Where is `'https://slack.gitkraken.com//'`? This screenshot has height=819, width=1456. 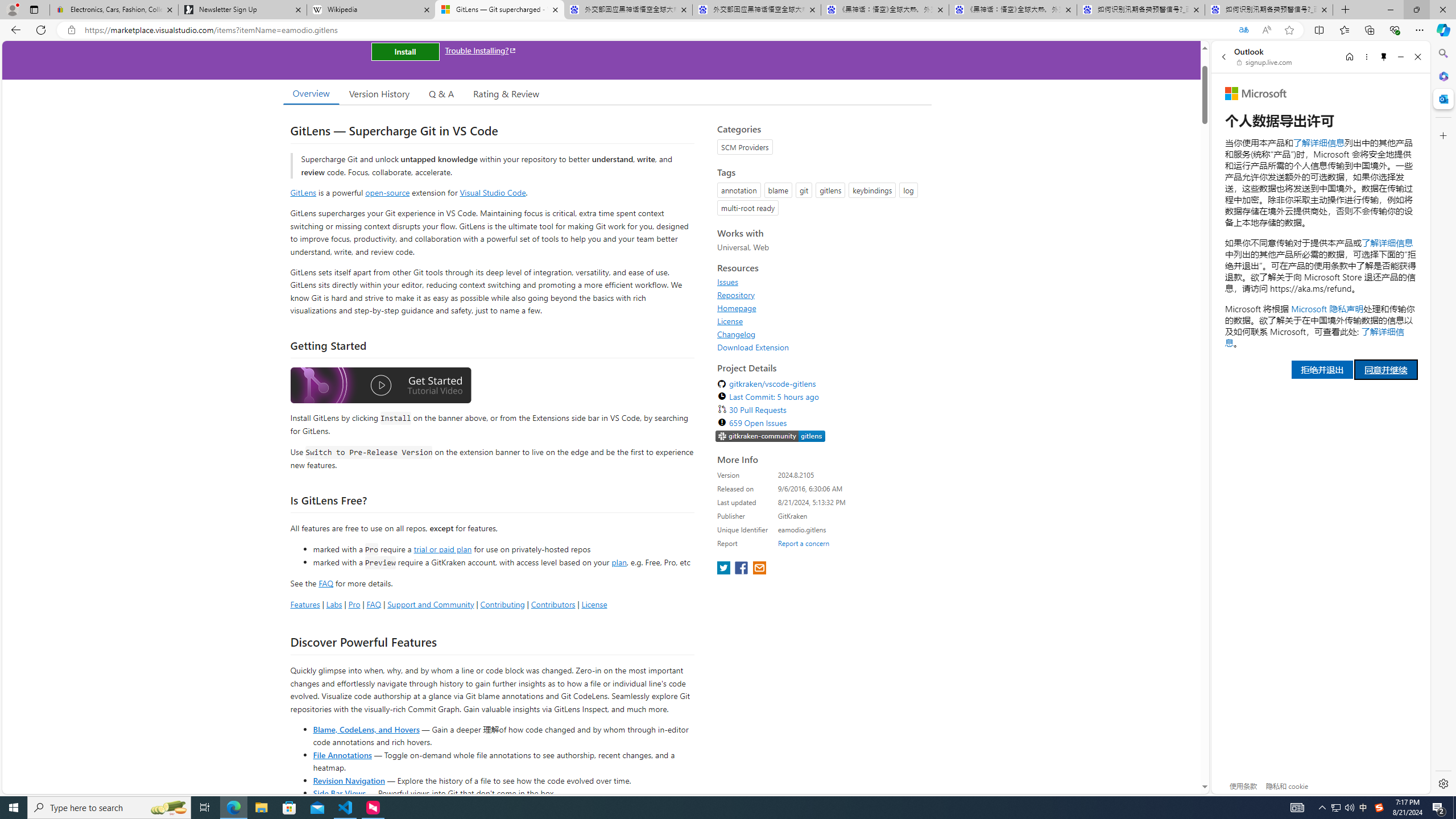 'https://slack.gitkraken.com//' is located at coordinates (770, 436).